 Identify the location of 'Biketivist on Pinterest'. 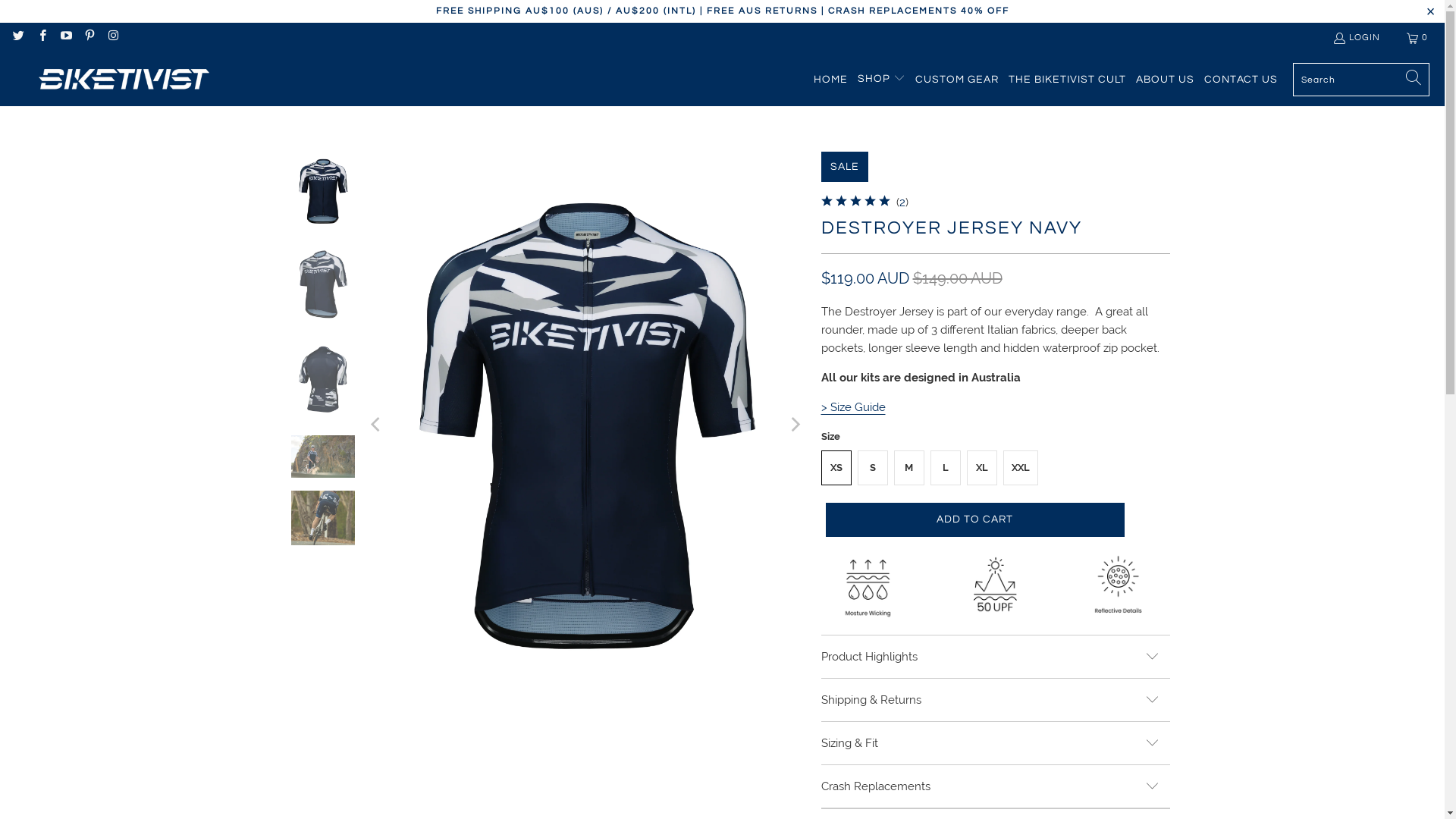
(88, 36).